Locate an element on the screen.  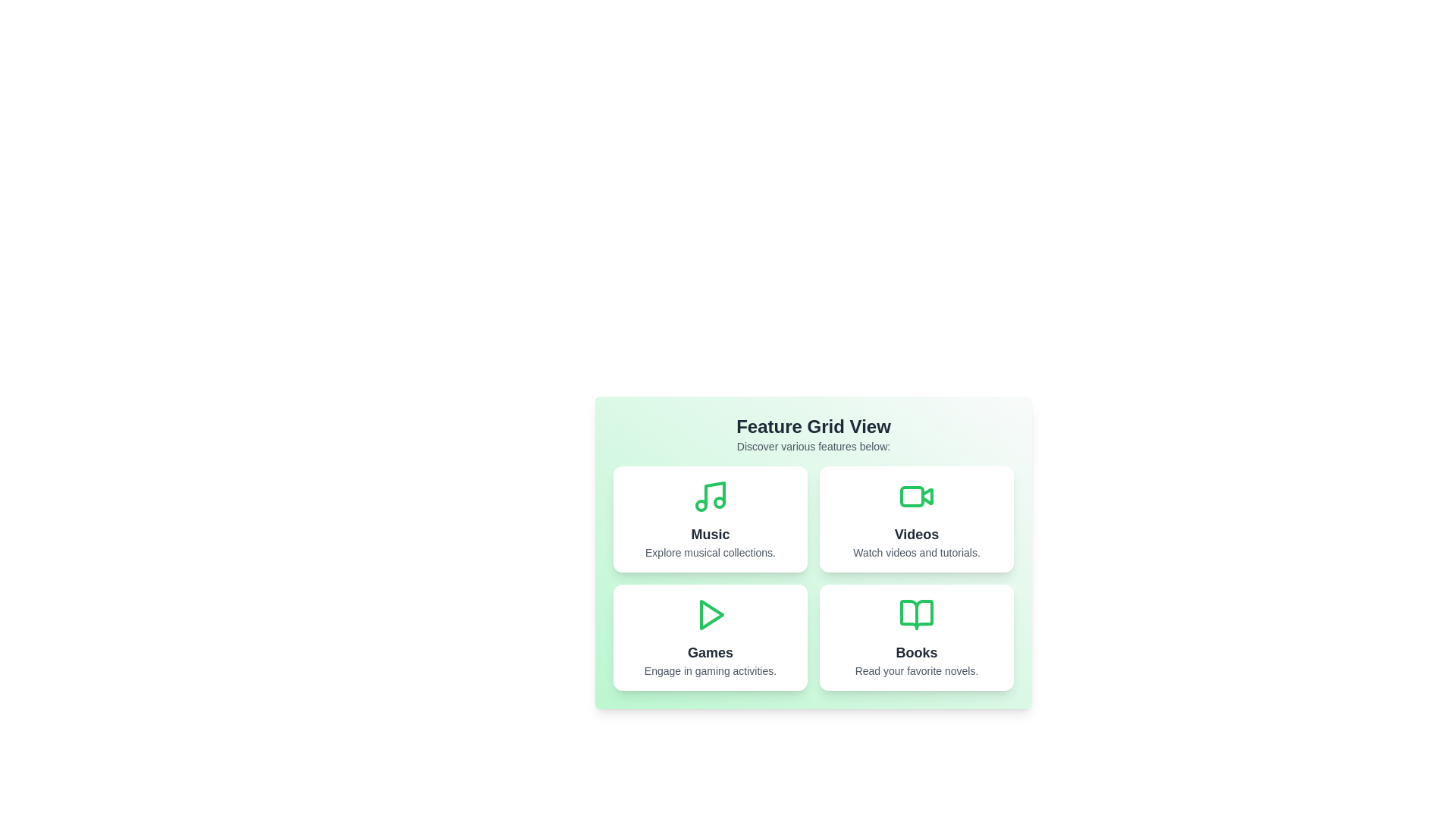
the title of the feature Games is located at coordinates (709, 651).